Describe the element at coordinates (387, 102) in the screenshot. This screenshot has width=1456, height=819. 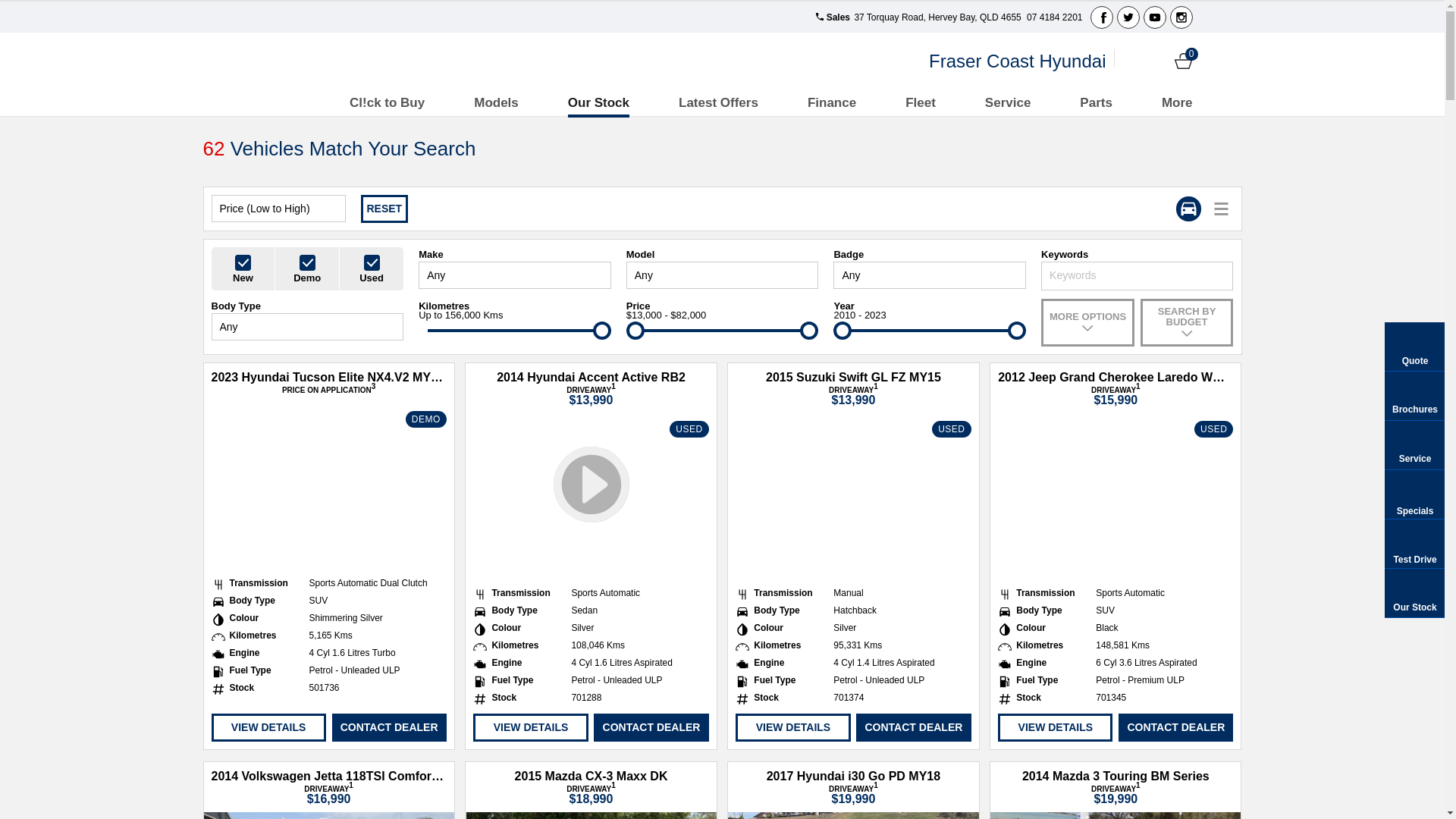
I see `'Cl!ck to Buy'` at that location.